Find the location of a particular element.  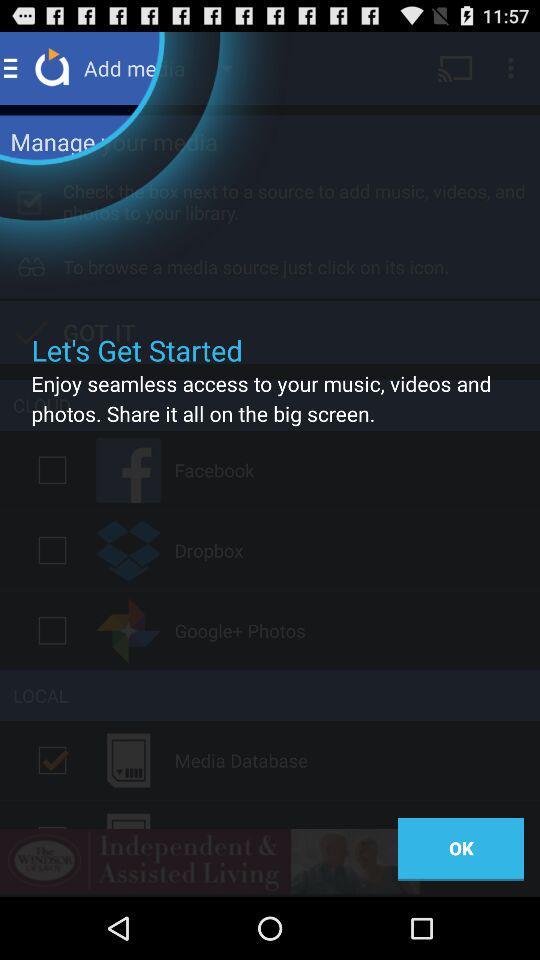

this app is located at coordinates (52, 470).